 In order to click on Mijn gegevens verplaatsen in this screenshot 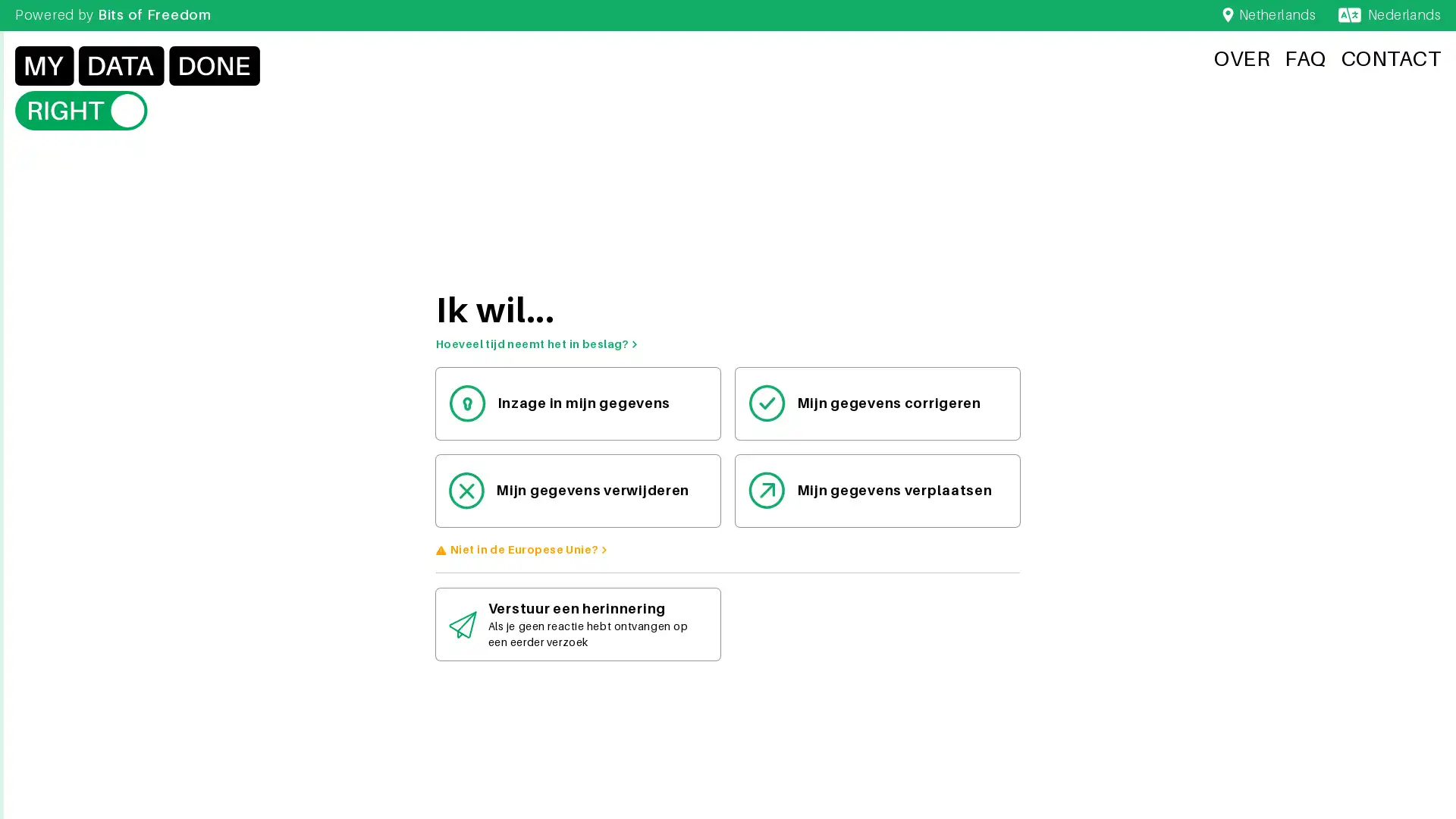, I will do `click(877, 490)`.